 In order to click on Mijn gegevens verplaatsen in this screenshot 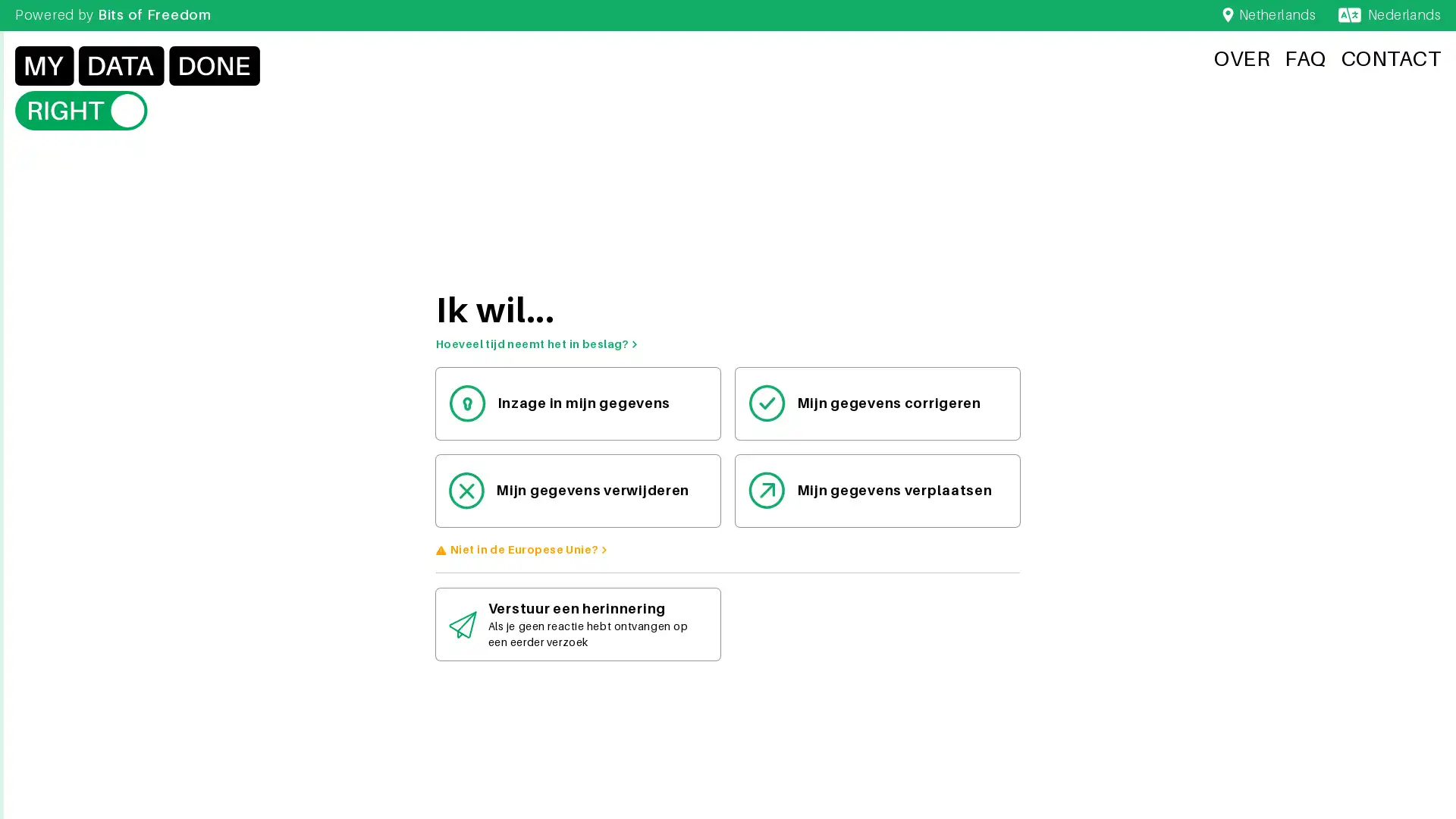, I will do `click(877, 490)`.